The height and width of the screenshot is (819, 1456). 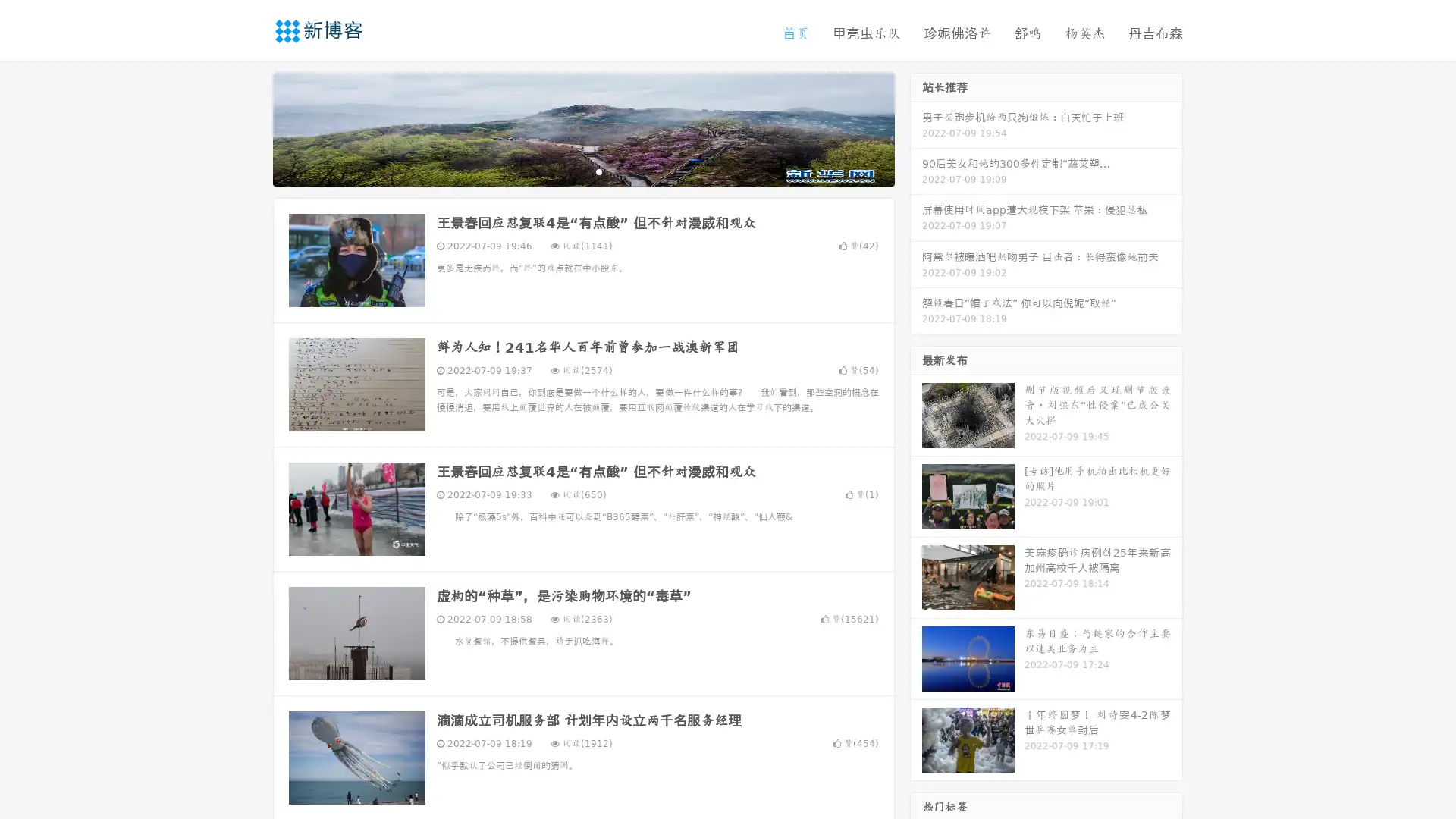 I want to click on Go to slide 1, so click(x=567, y=171).